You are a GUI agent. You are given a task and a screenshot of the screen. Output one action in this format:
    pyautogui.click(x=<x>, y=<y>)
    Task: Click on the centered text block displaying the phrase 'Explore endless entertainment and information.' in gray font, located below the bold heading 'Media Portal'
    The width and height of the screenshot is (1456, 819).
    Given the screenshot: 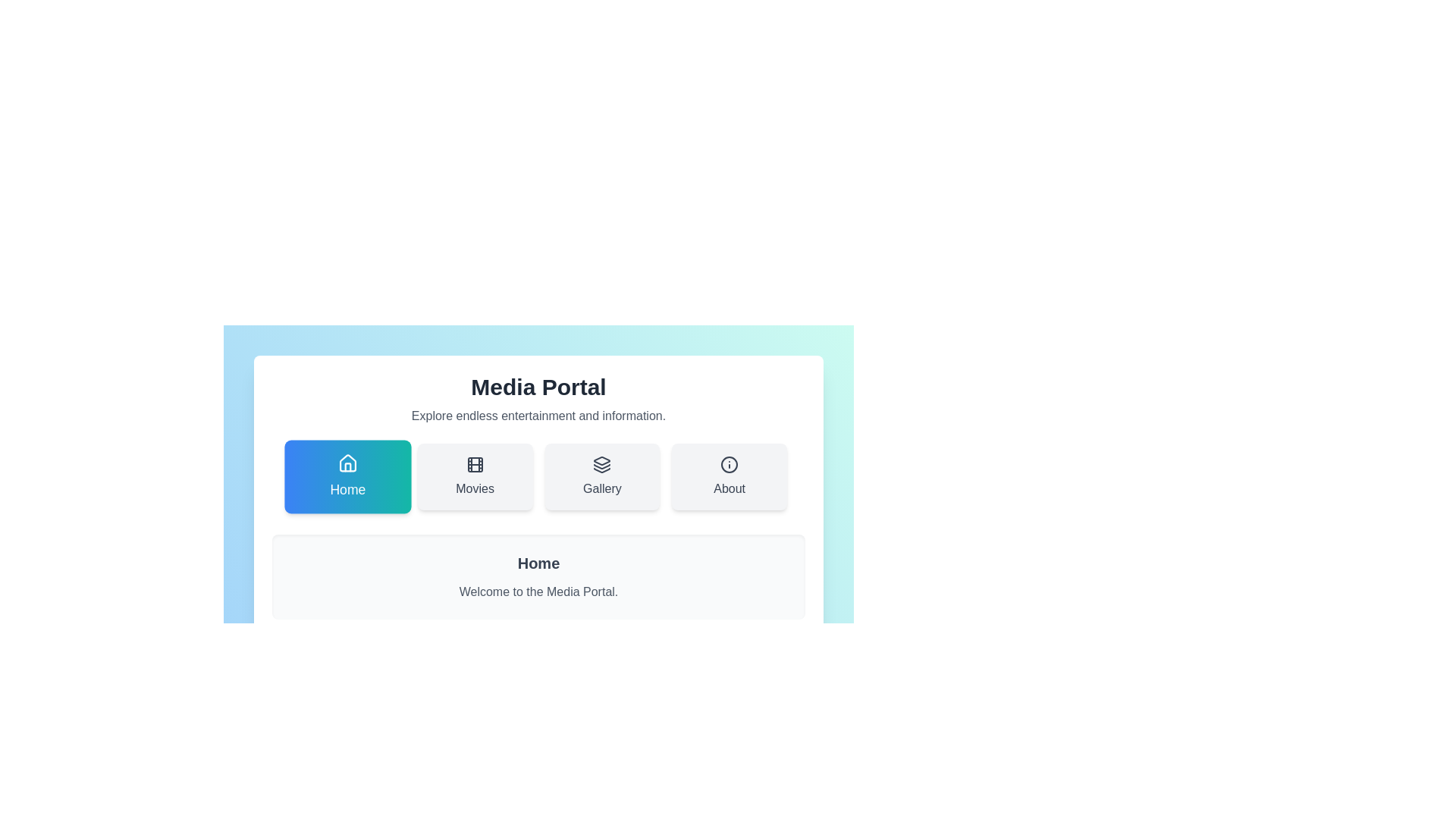 What is the action you would take?
    pyautogui.click(x=538, y=416)
    